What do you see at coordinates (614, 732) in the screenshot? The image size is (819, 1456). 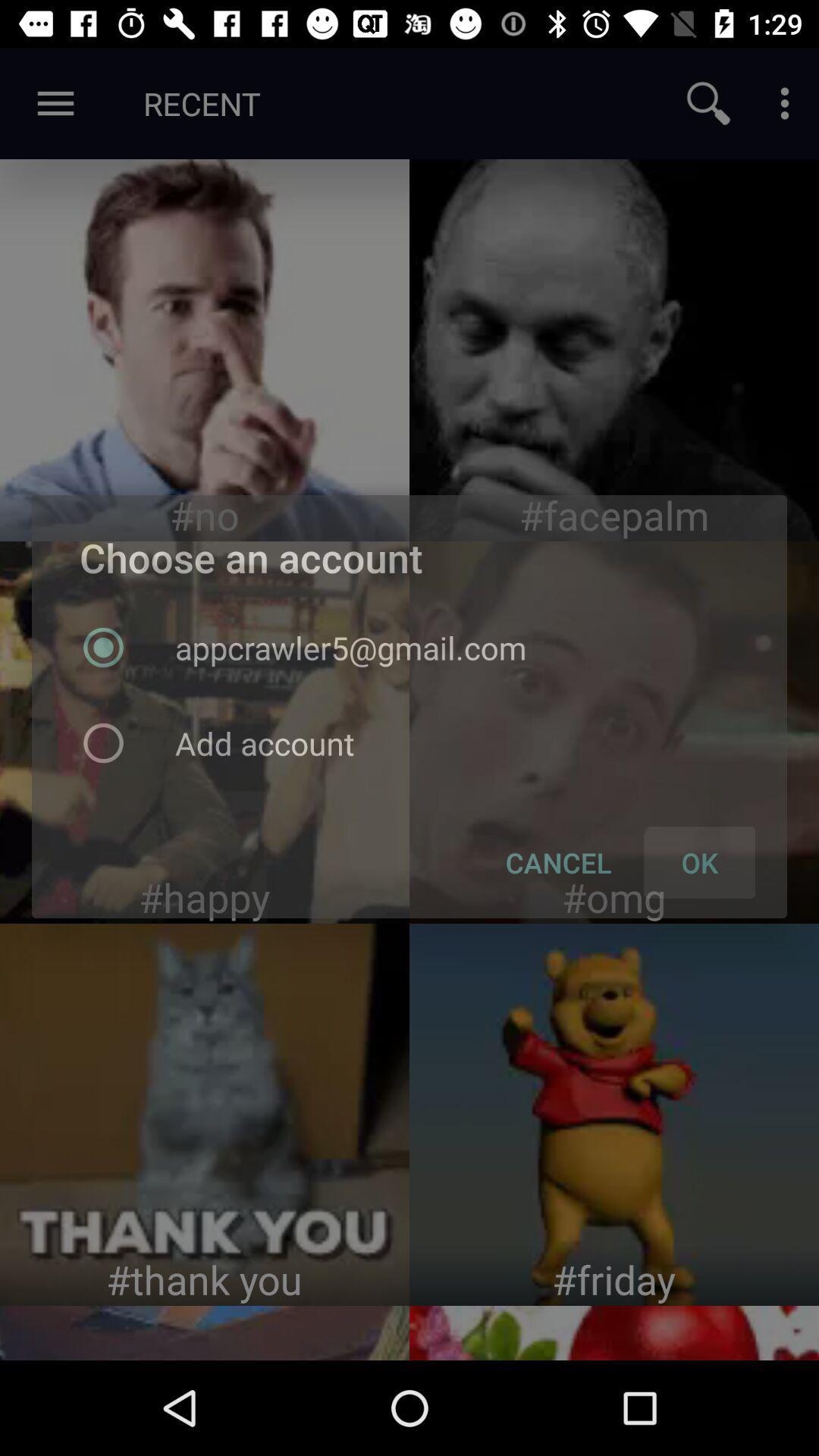 I see `ok button` at bounding box center [614, 732].